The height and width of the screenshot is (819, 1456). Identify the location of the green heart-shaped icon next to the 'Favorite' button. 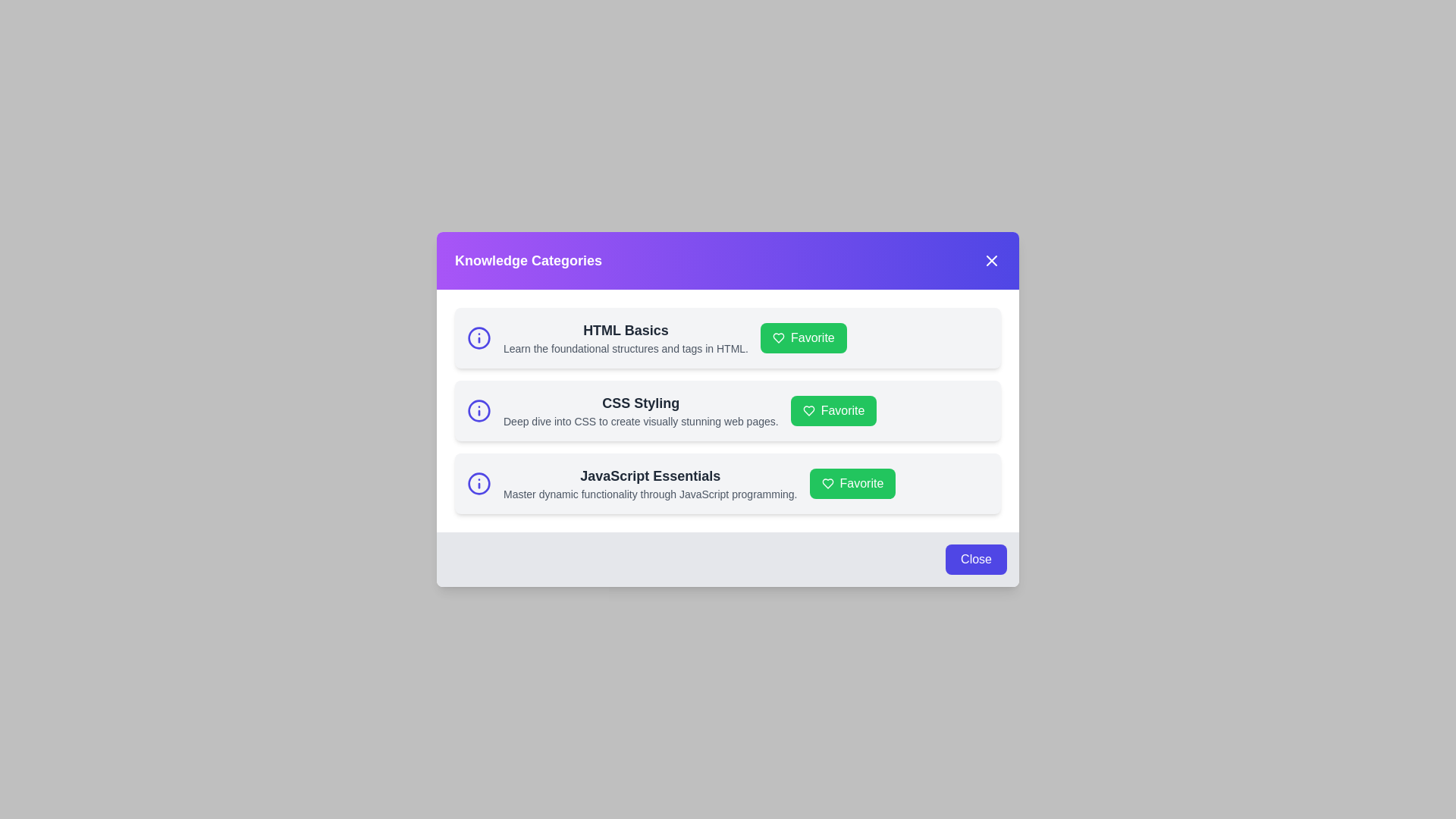
(779, 337).